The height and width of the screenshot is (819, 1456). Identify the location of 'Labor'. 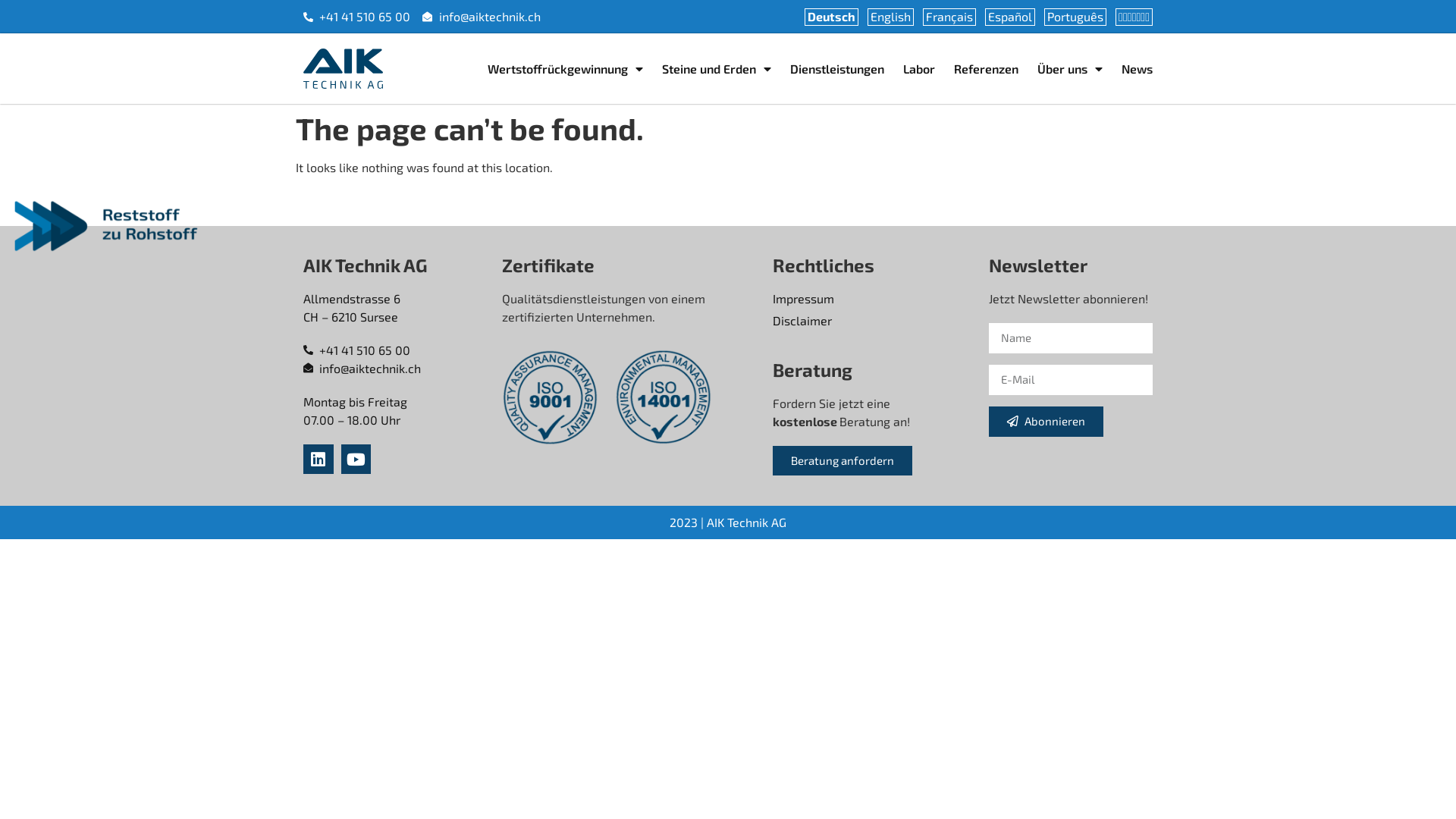
(902, 69).